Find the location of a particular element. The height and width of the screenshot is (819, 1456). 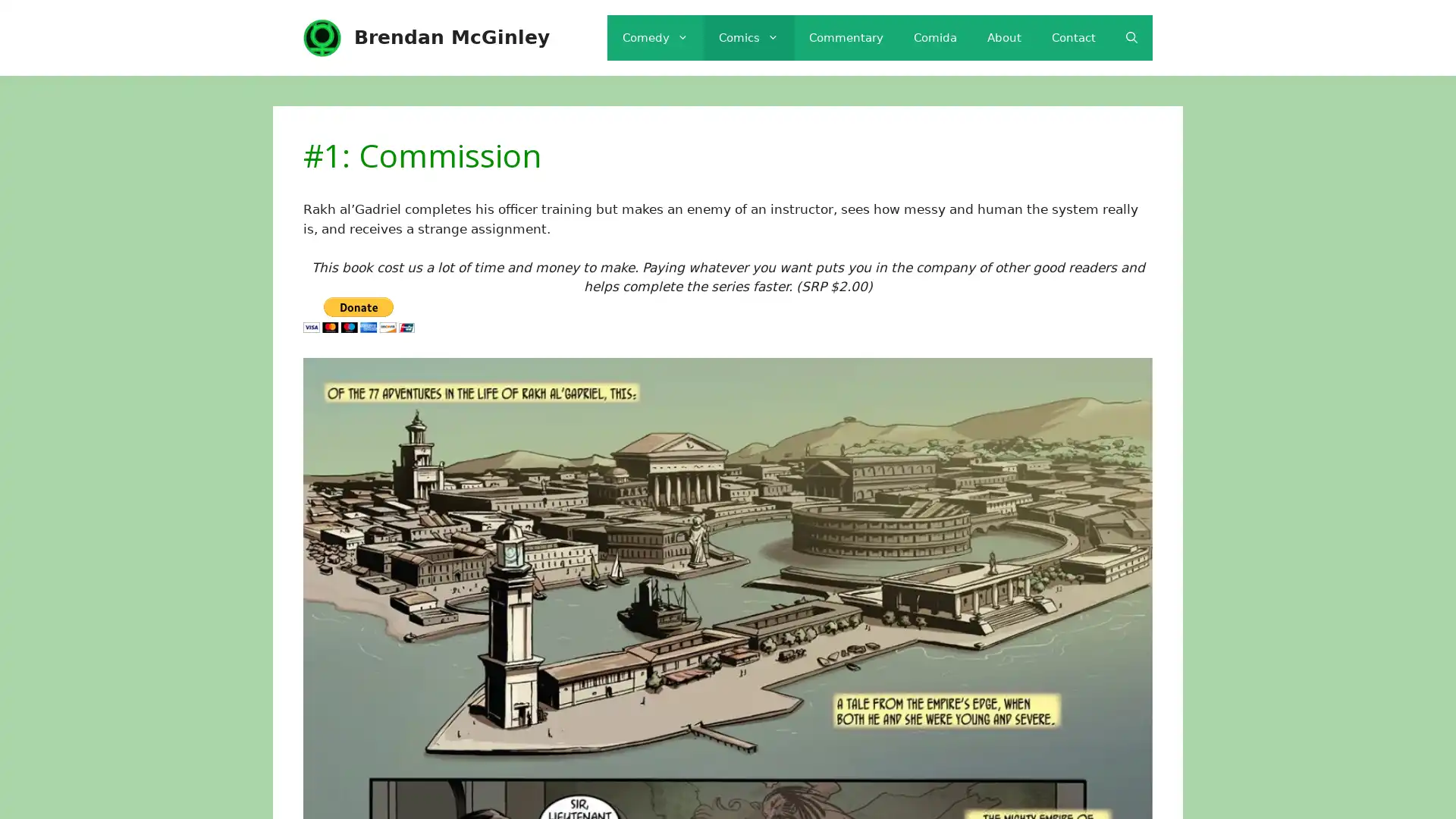

PayPal - The safer, easier way to pay online! is located at coordinates (358, 313).